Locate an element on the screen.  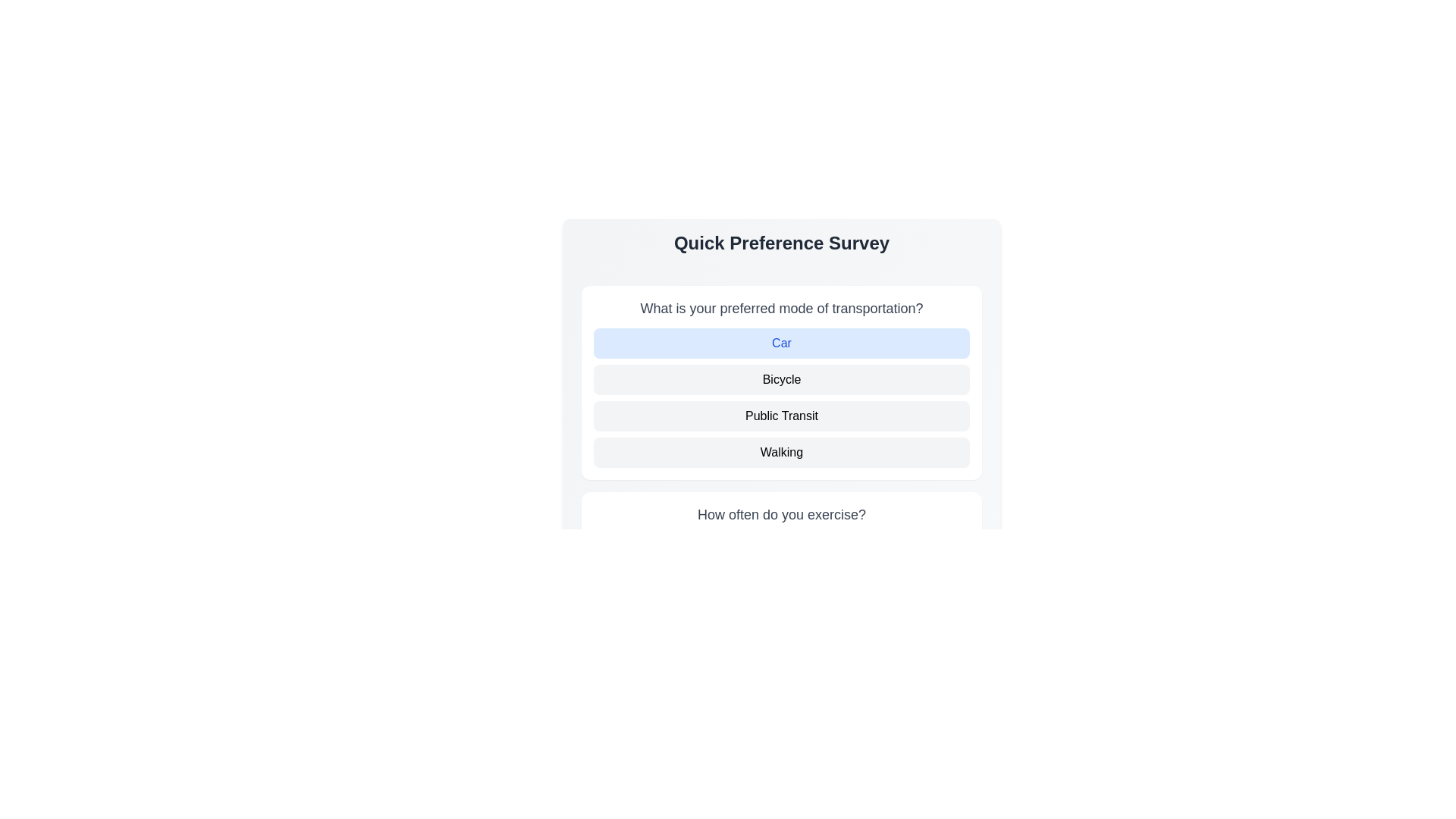
the 'Car' button, which is the first button in the transportation mode selection group is located at coordinates (782, 343).